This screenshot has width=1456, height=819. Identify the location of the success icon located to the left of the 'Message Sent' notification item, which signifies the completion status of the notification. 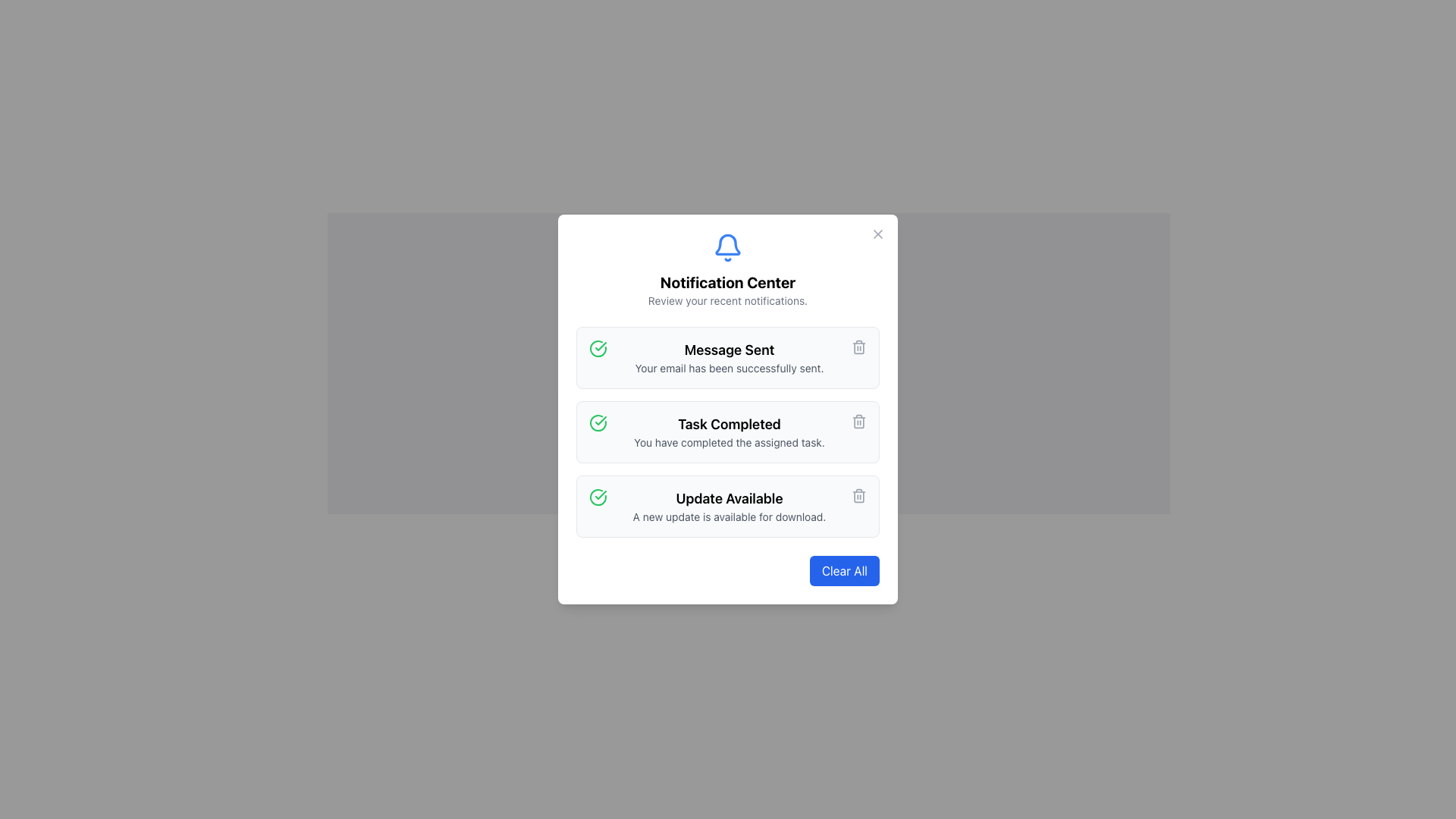
(597, 348).